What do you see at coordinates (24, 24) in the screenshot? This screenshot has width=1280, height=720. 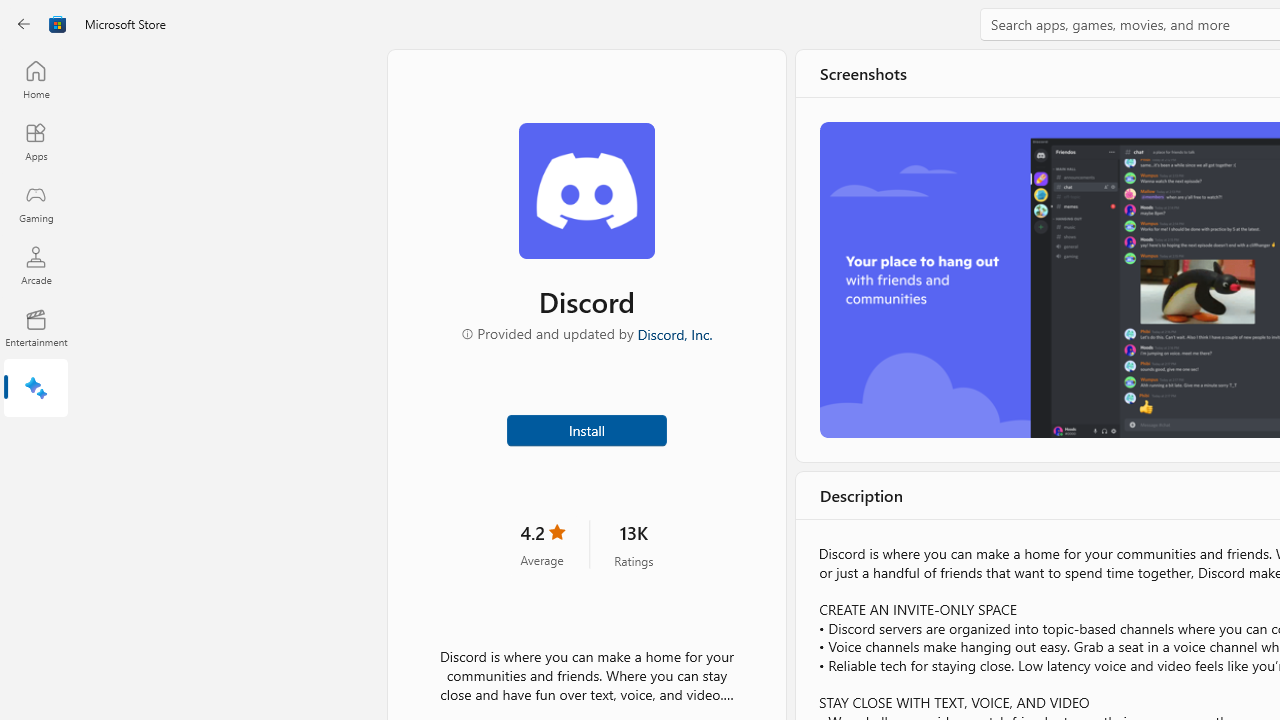 I see `'Back'` at bounding box center [24, 24].